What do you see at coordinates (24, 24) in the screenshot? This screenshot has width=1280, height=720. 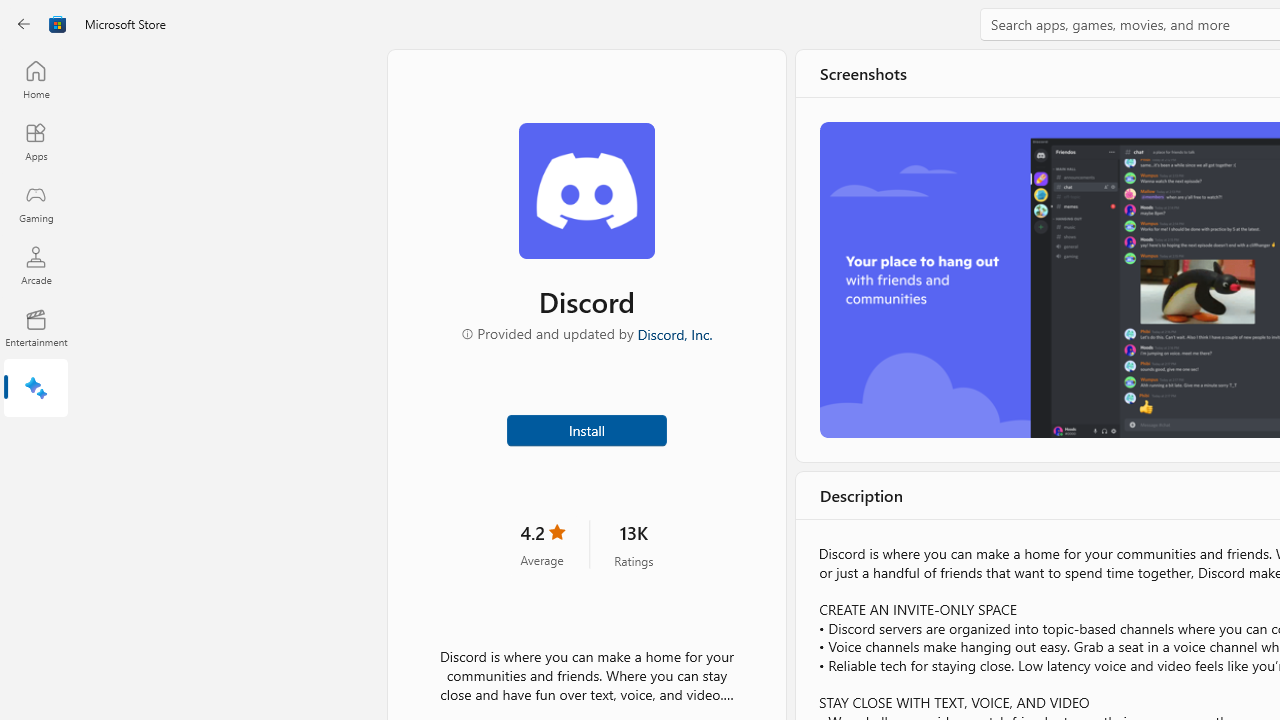 I see `'Back'` at bounding box center [24, 24].